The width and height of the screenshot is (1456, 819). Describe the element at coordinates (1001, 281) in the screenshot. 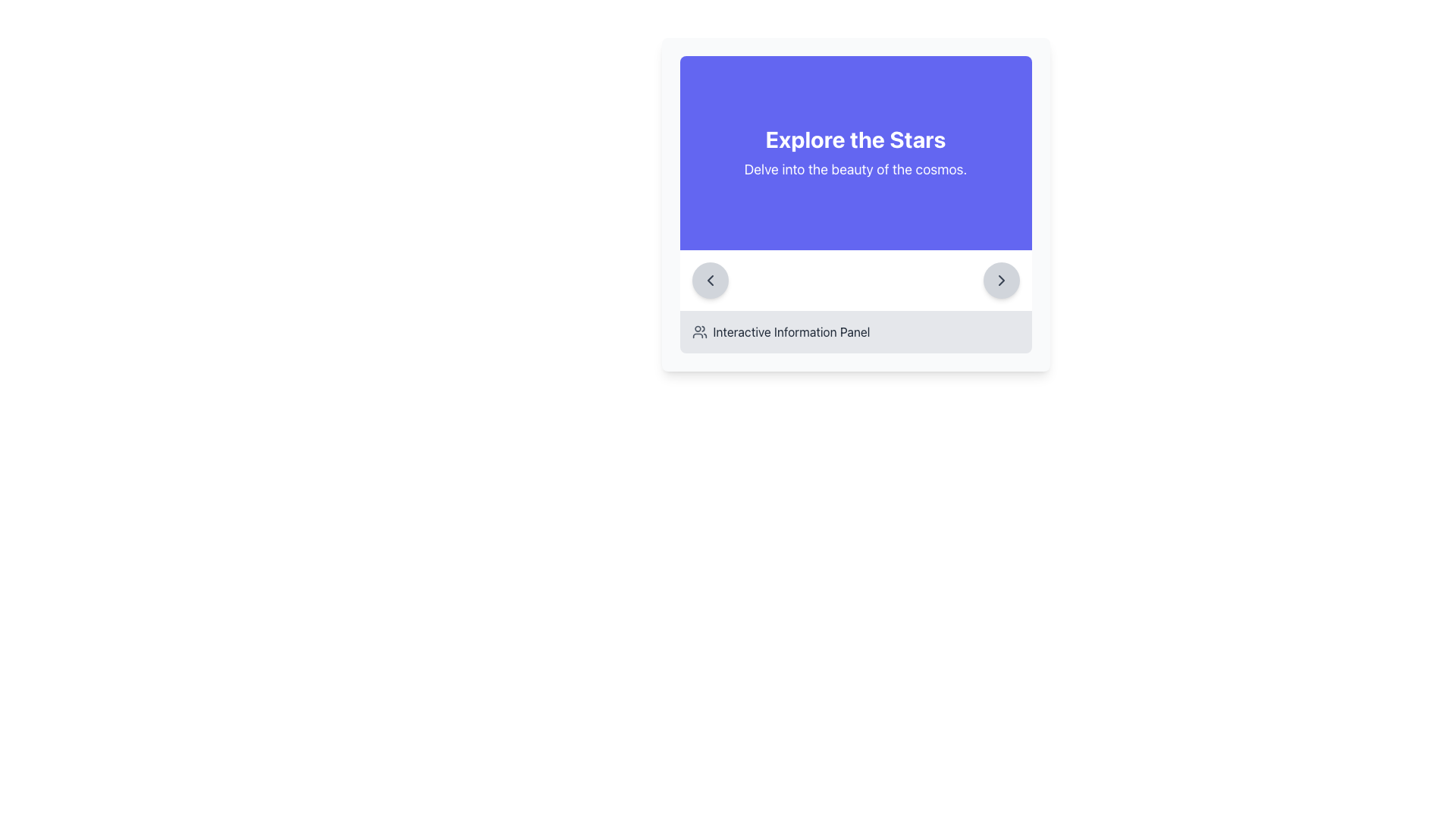

I see `the Chevron-Right icon within the circular button located in the bottom-right corner of the rectangular panel for keyboard navigation` at that location.